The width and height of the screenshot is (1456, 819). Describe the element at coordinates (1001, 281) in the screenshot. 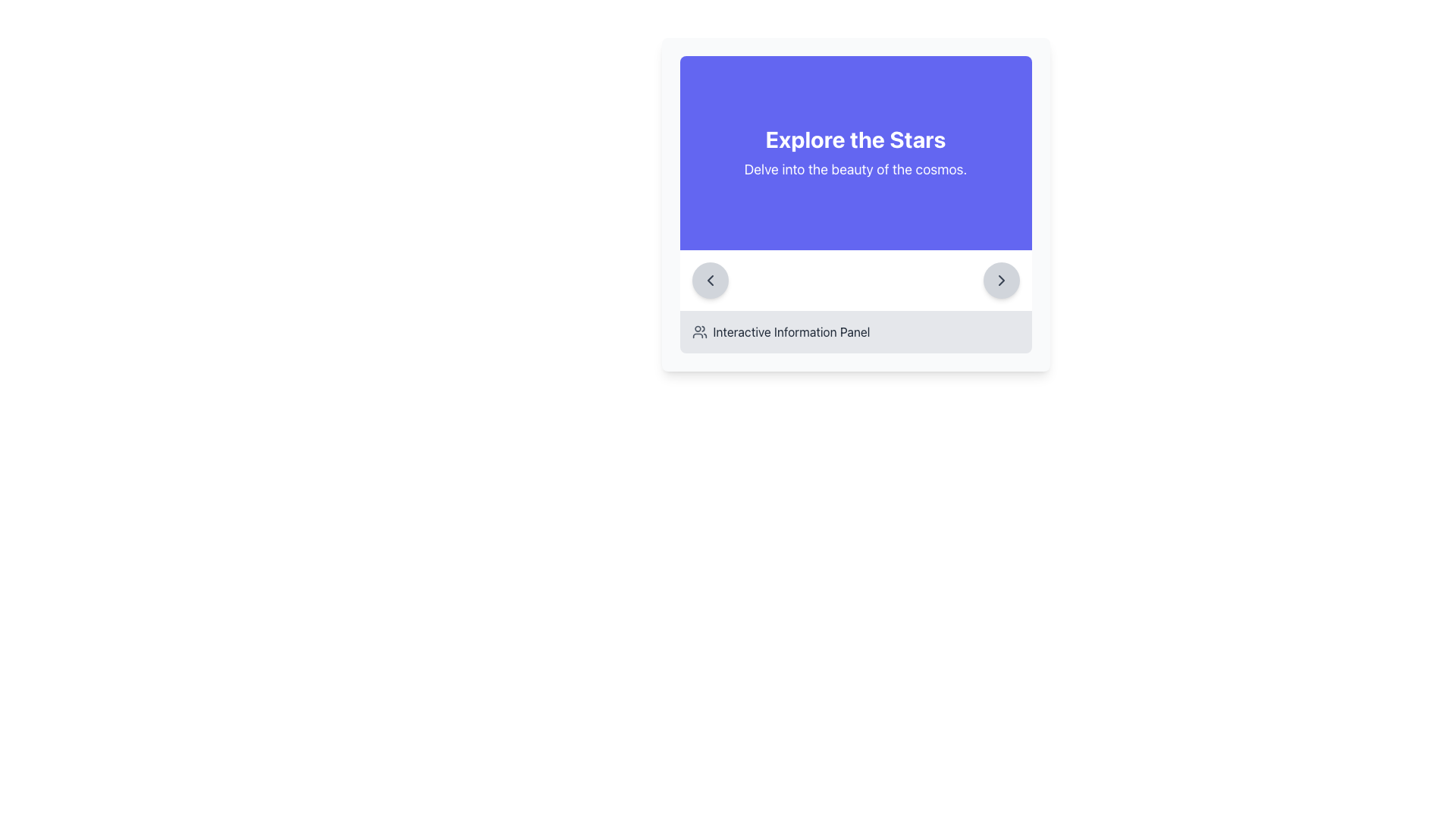

I see `the Chevron-Right icon within the circular button located in the bottom-right corner of the rectangular panel for keyboard navigation` at that location.